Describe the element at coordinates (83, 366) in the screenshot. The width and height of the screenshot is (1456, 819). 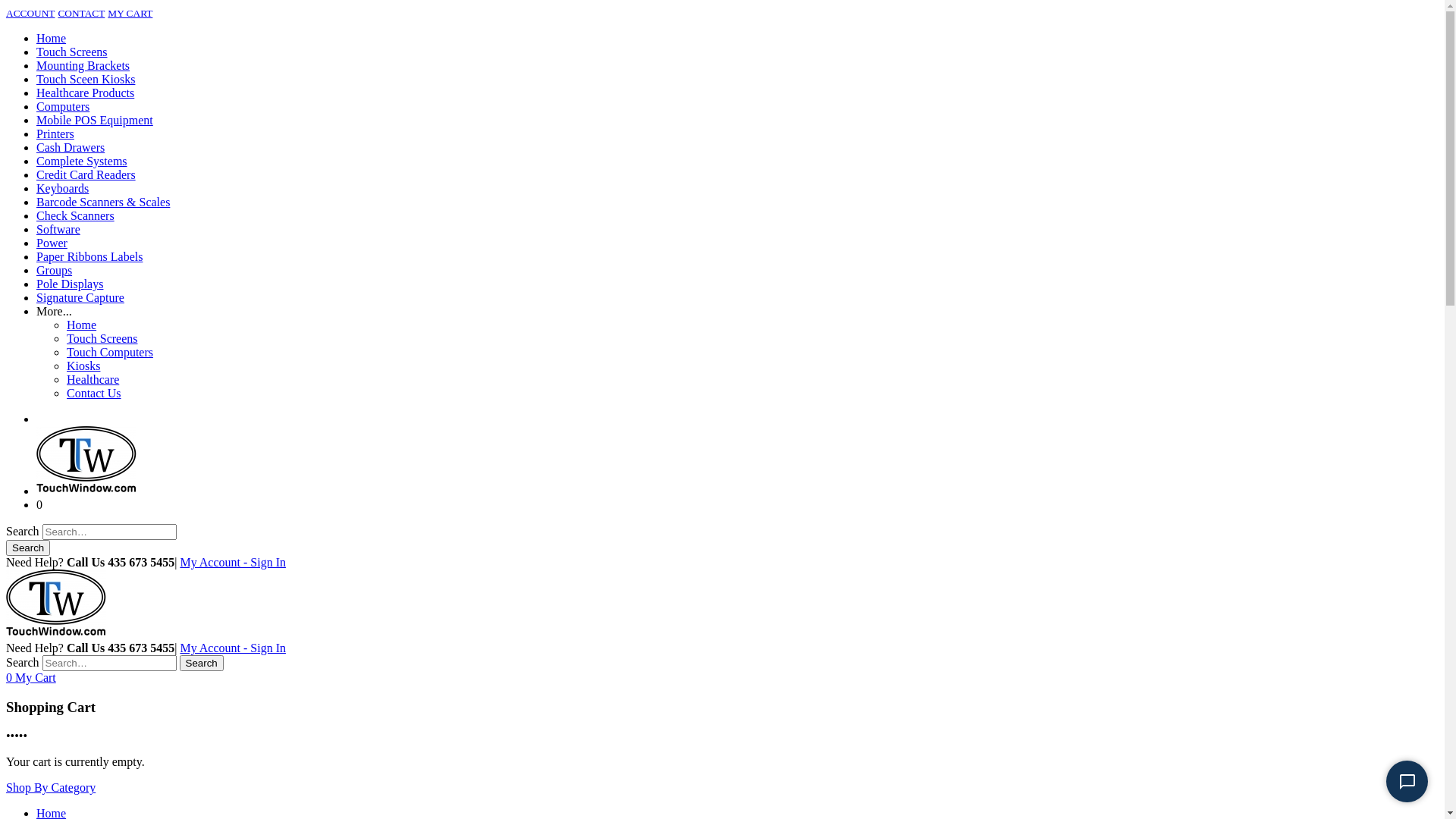
I see `'Kiosks'` at that location.